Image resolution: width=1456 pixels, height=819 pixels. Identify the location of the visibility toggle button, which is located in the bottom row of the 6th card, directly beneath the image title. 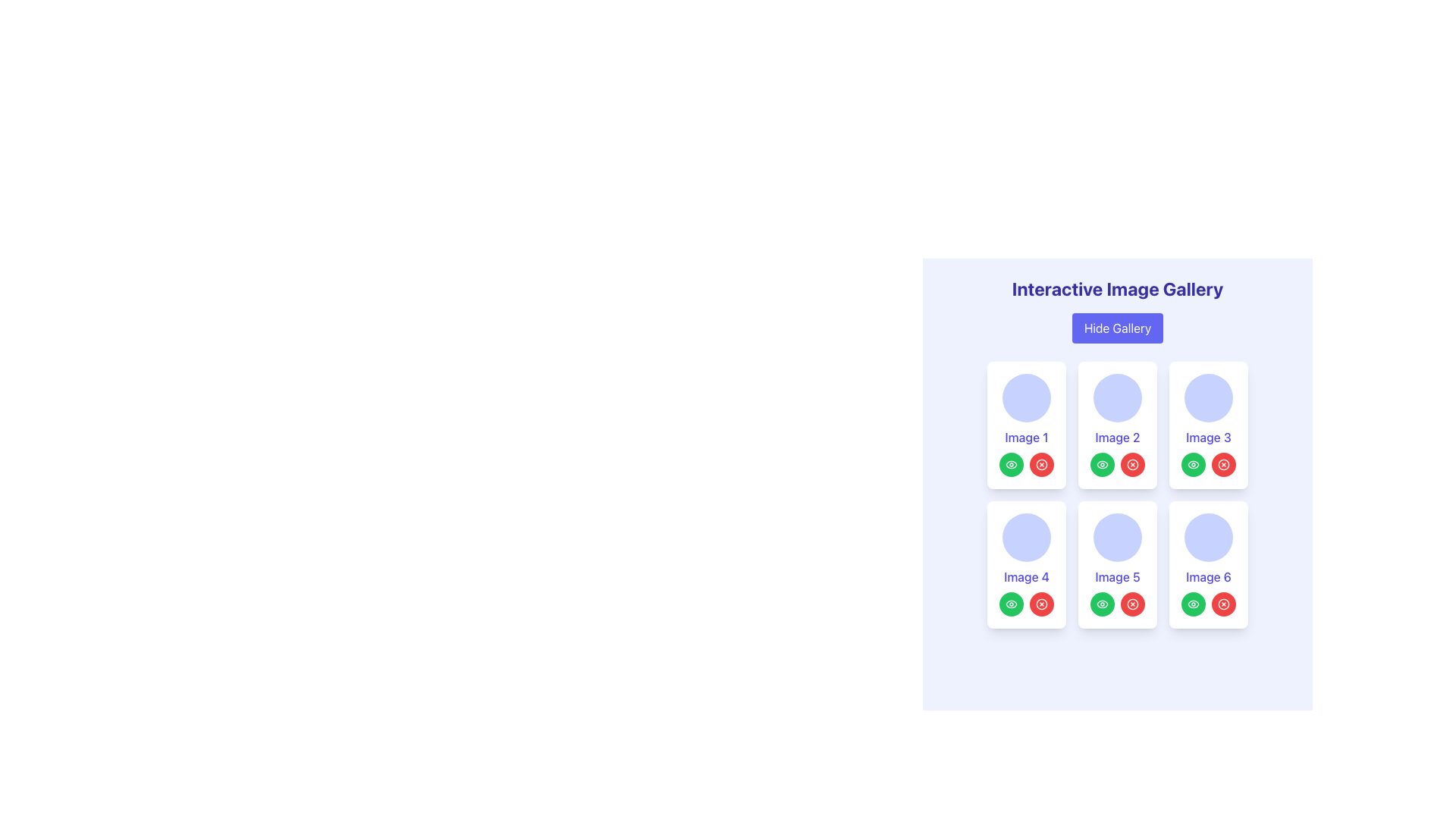
(1193, 604).